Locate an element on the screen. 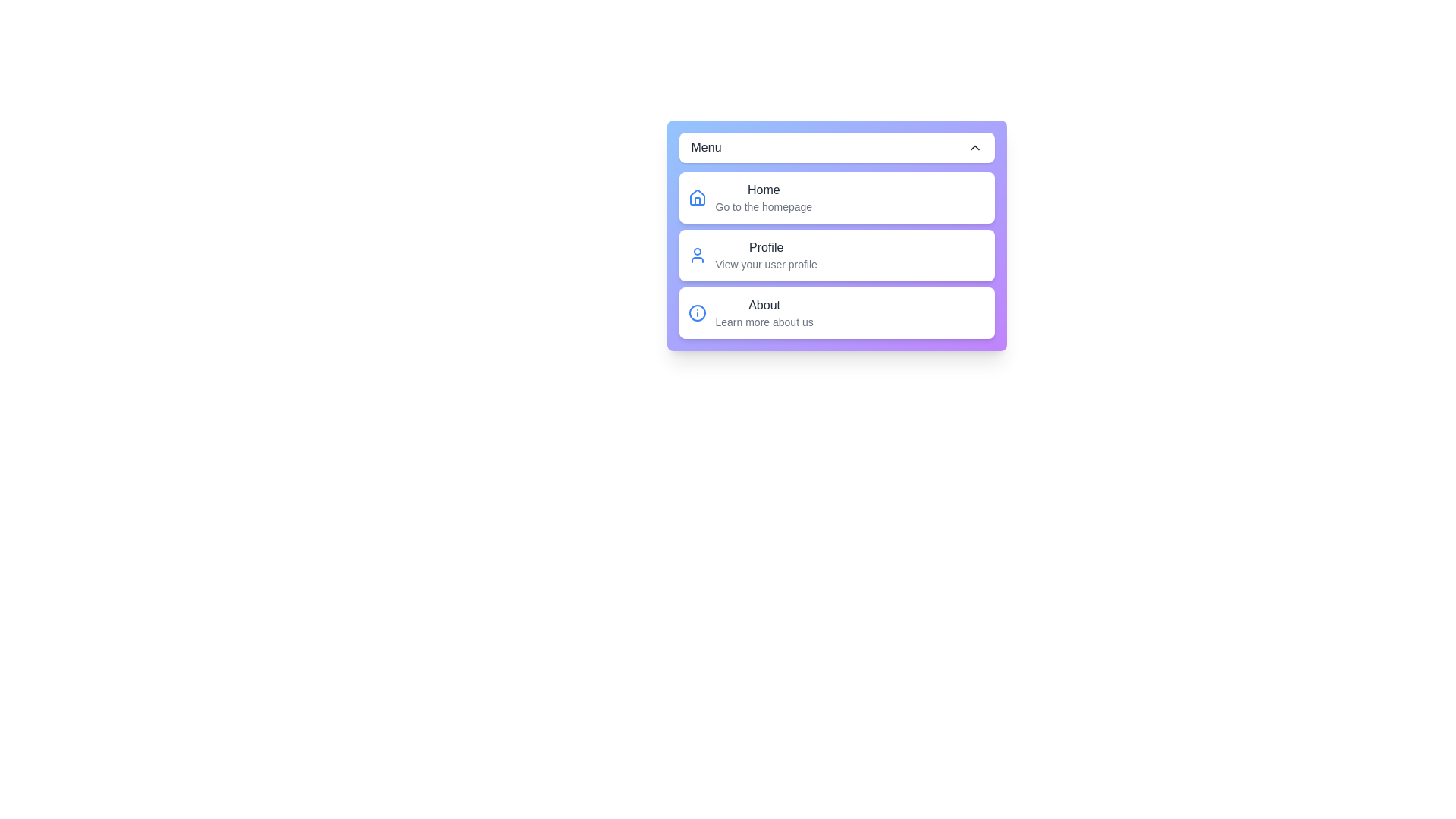 The width and height of the screenshot is (1456, 819). the menu item Home to select it is located at coordinates (836, 197).